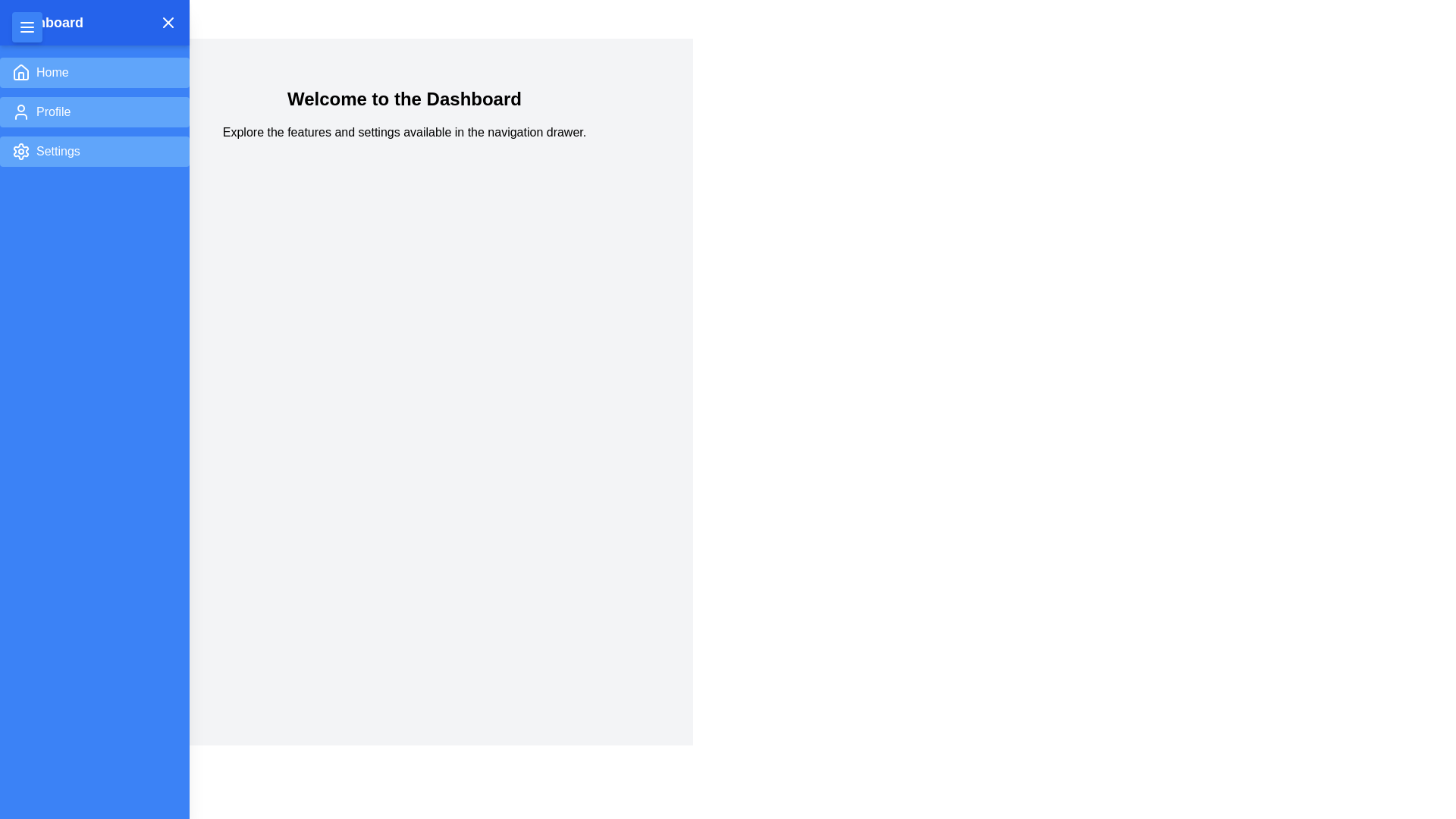  I want to click on the static instructional text located below the 'Welcome to the Dashboard' header, which spans the width of the central panel, so click(404, 131).